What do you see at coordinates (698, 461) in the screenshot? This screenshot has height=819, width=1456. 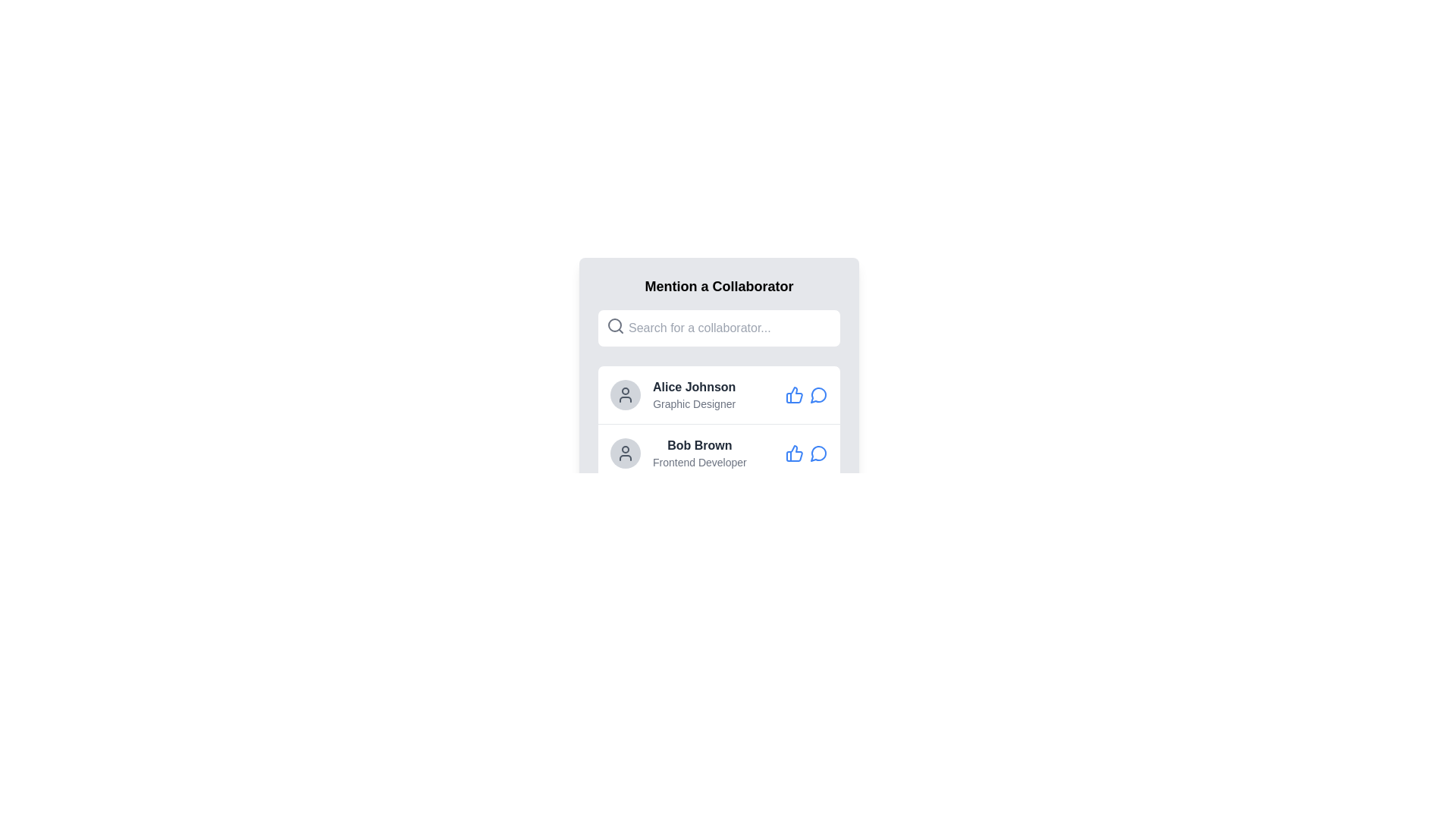 I see `the label indicating the professional role or title of 'Bob Brown', which is the second line of text within his profile entry` at bounding box center [698, 461].